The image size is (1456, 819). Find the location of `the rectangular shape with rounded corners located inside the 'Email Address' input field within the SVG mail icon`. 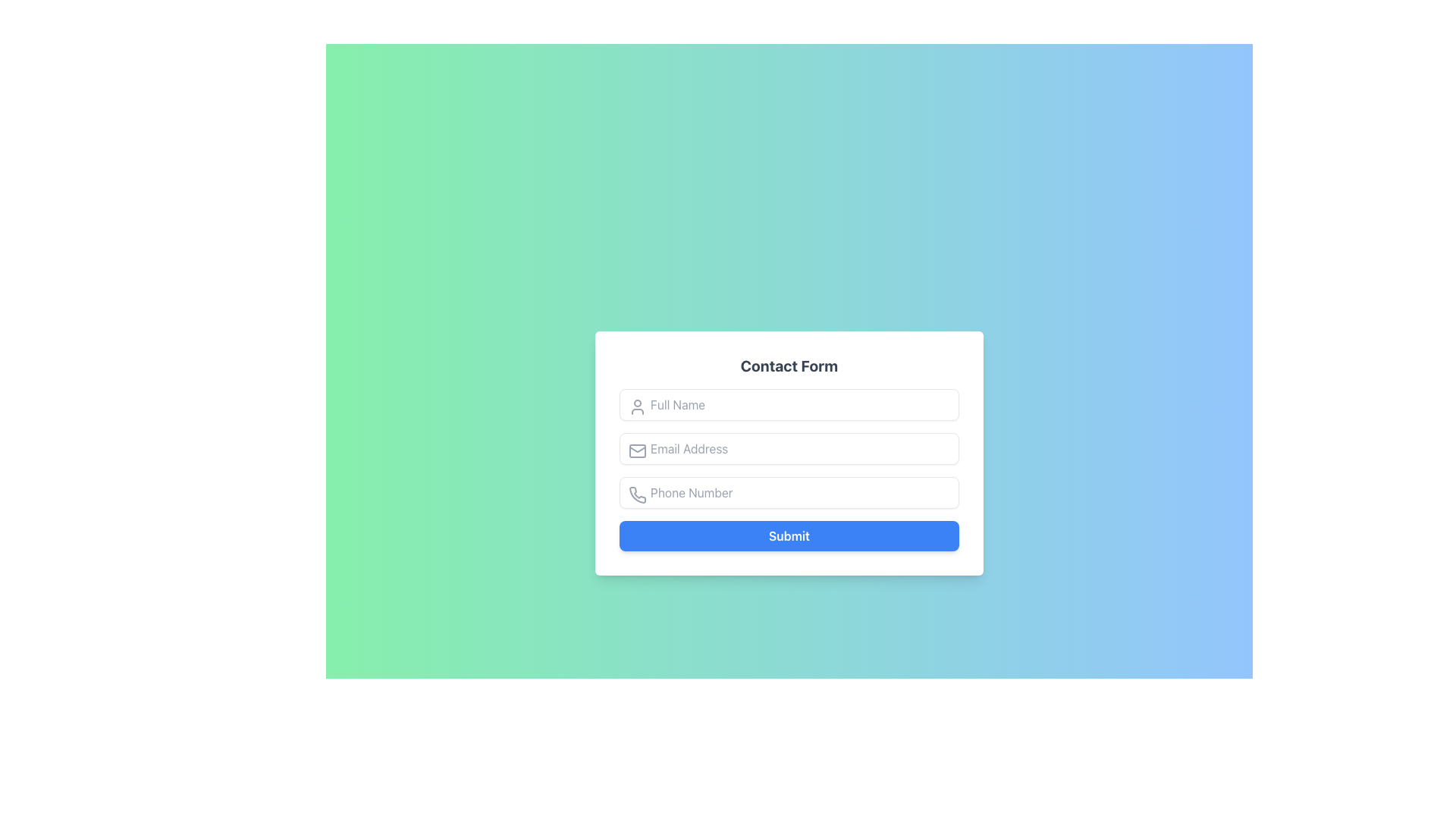

the rectangular shape with rounded corners located inside the 'Email Address' input field within the SVG mail icon is located at coordinates (637, 450).